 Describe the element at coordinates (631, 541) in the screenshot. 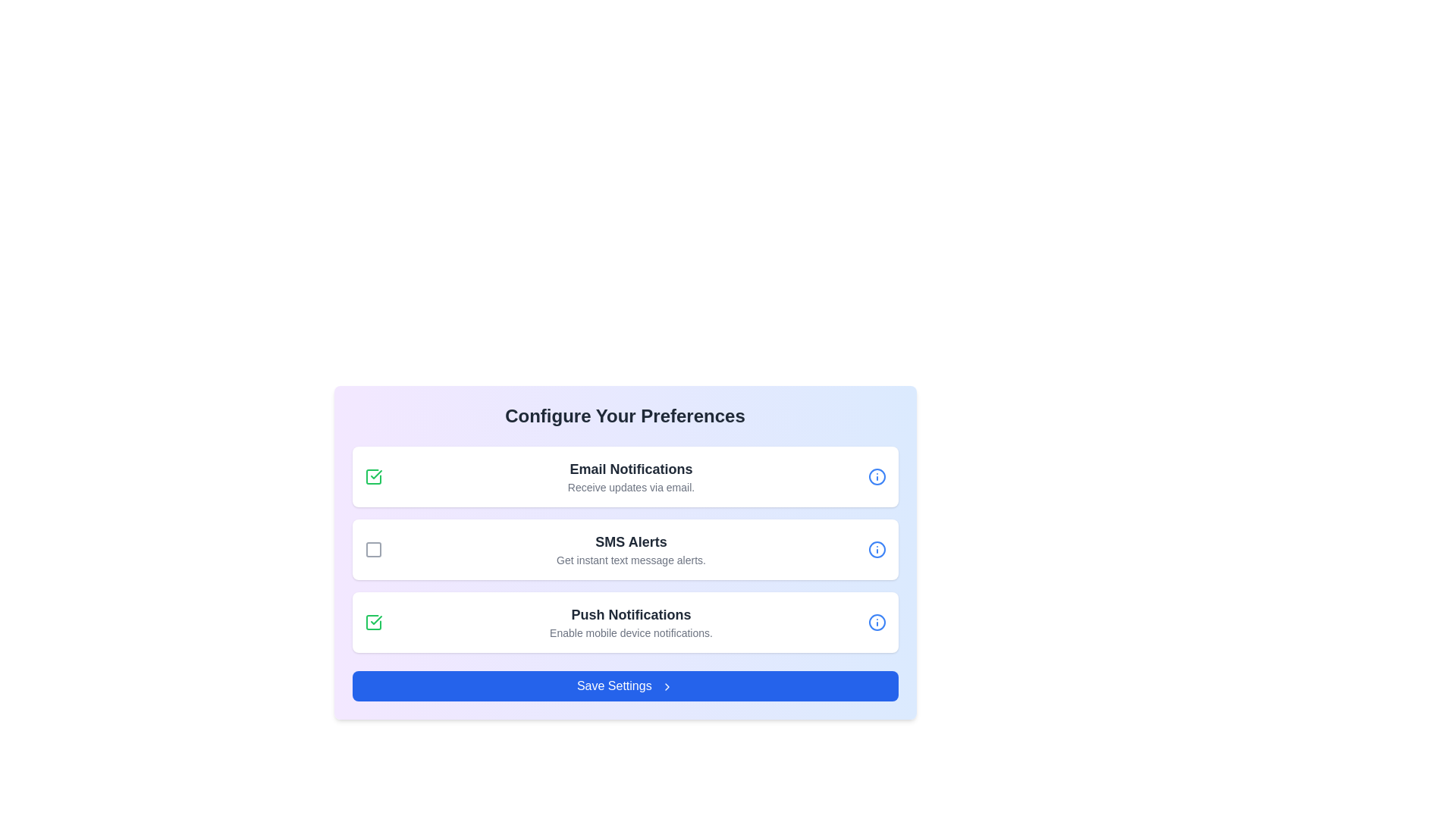

I see `bold, large dark gray heading text that says 'SMS Alerts', which is located at the center of the card in the 'Configure Your Preferences' section` at that location.